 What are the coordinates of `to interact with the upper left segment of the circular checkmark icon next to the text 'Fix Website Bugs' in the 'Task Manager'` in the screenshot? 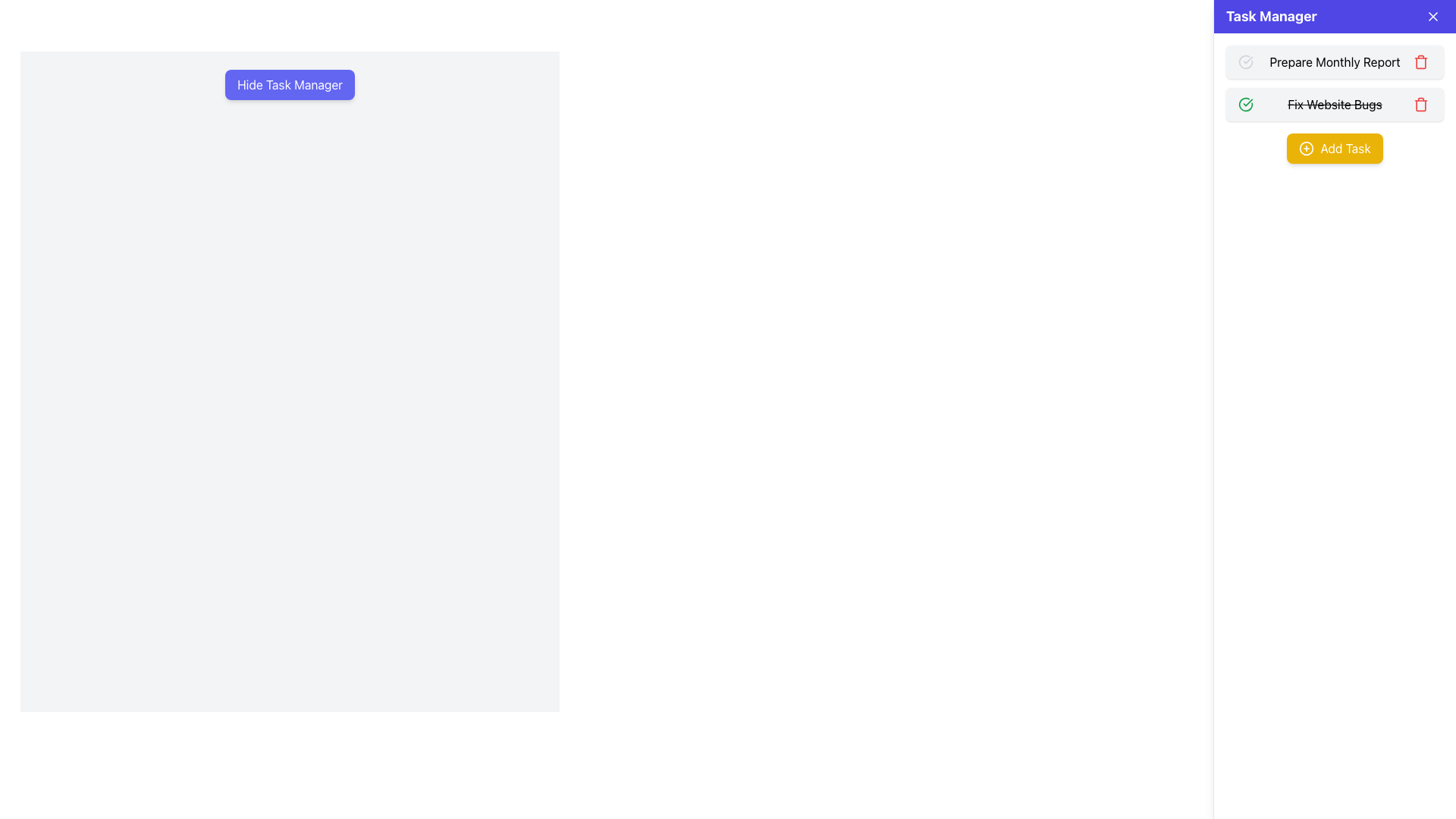 It's located at (1245, 104).